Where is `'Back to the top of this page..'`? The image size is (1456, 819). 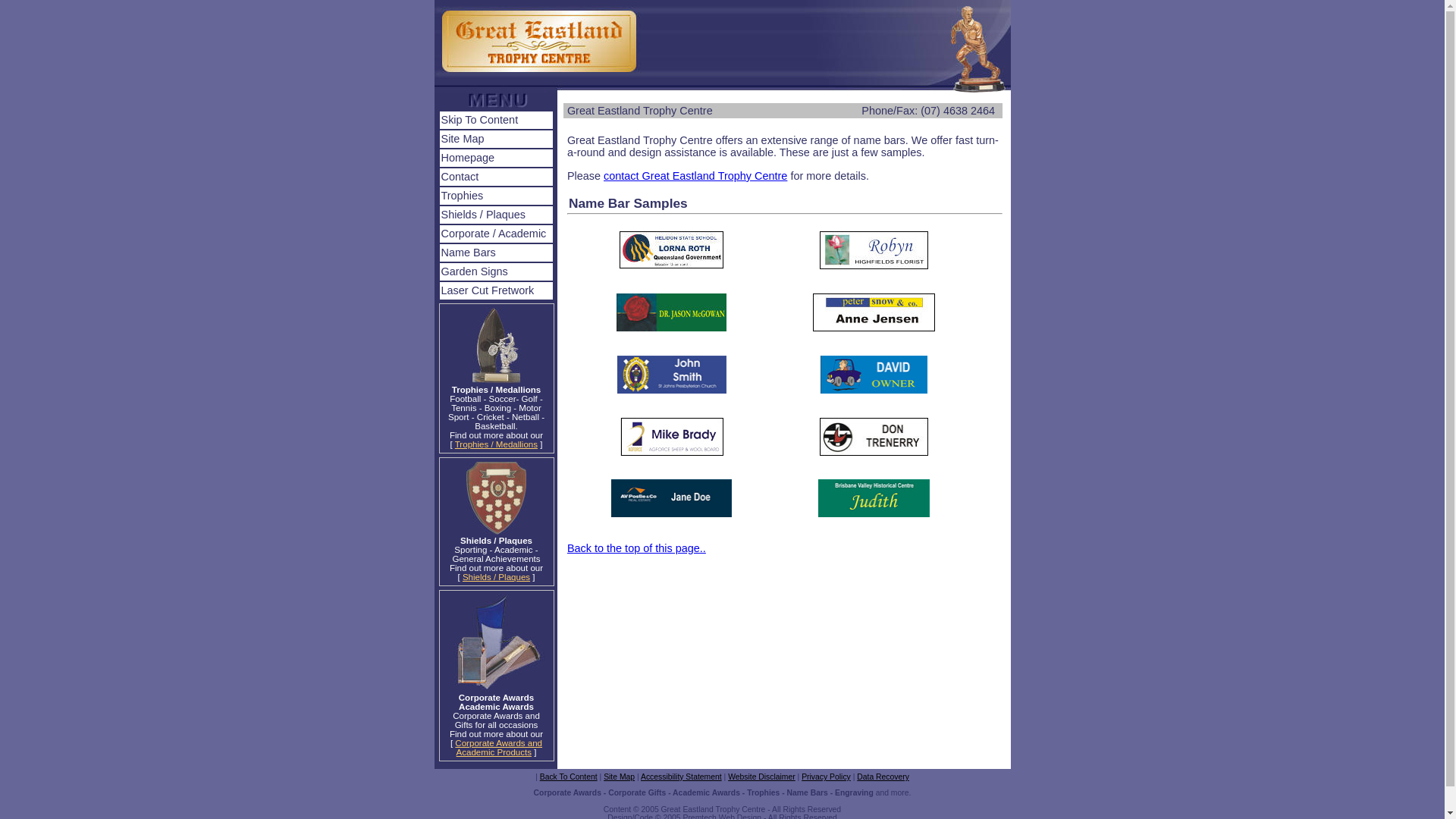
'Back to the top of this page..' is located at coordinates (566, 548).